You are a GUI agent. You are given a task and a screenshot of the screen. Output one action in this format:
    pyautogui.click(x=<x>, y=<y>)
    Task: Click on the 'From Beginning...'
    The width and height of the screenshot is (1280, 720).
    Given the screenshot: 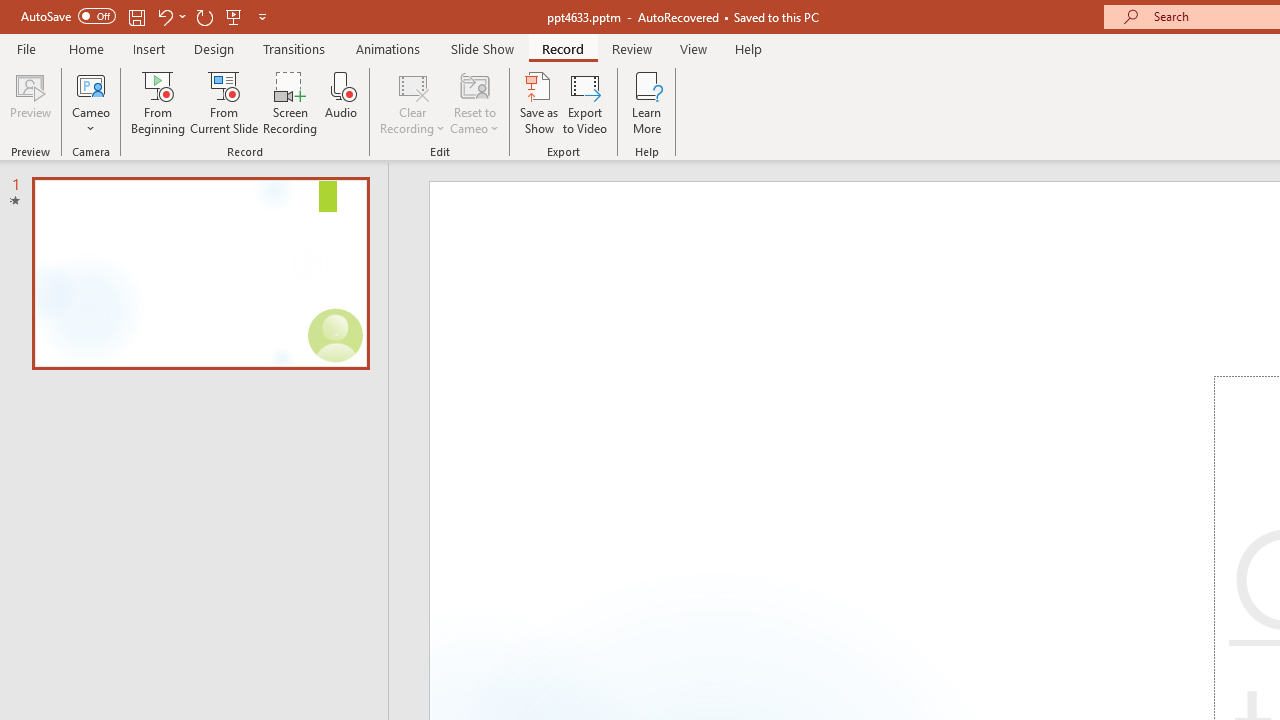 What is the action you would take?
    pyautogui.click(x=157, y=103)
    